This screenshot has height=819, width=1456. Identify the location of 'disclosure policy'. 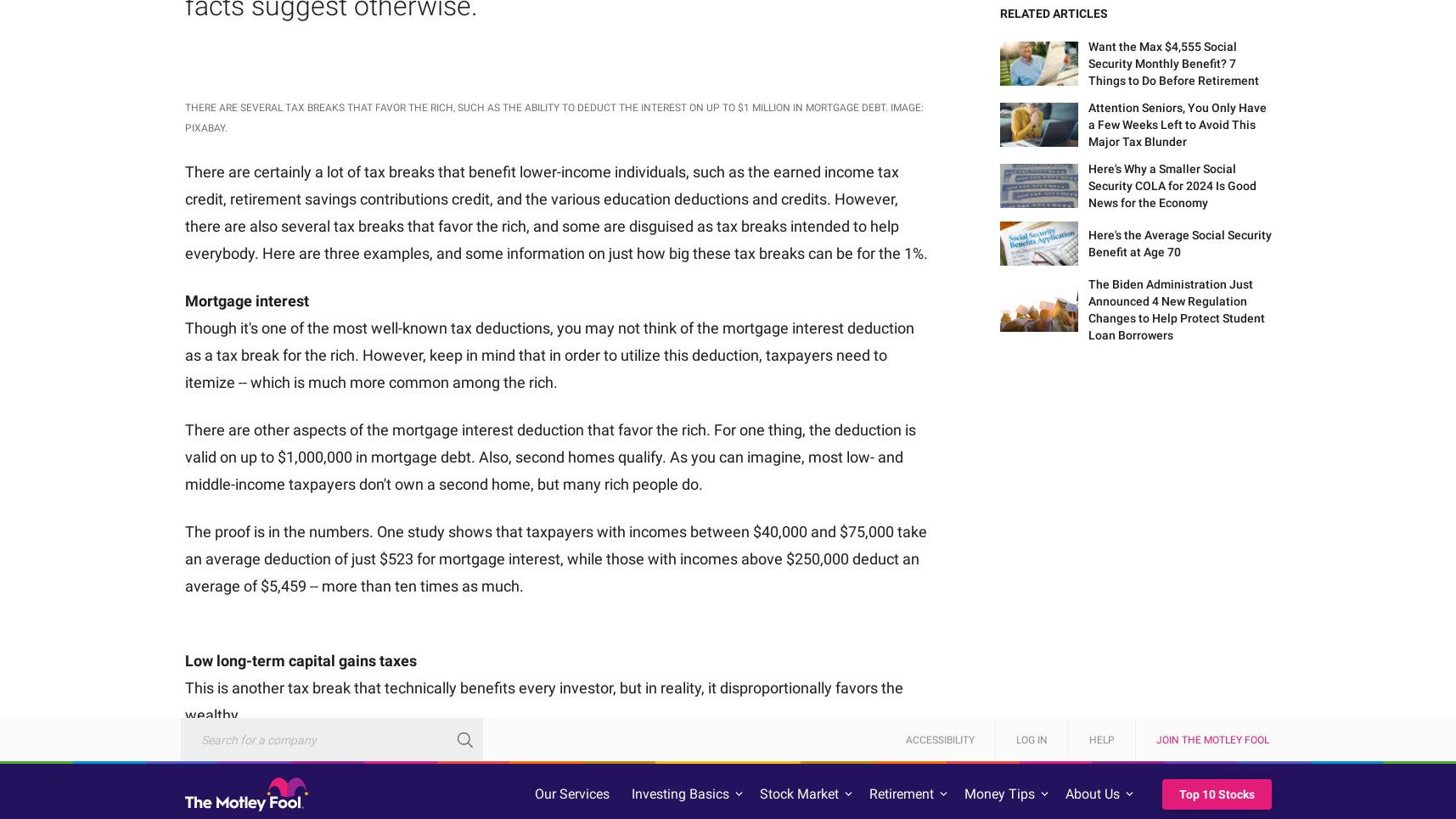
(221, 185).